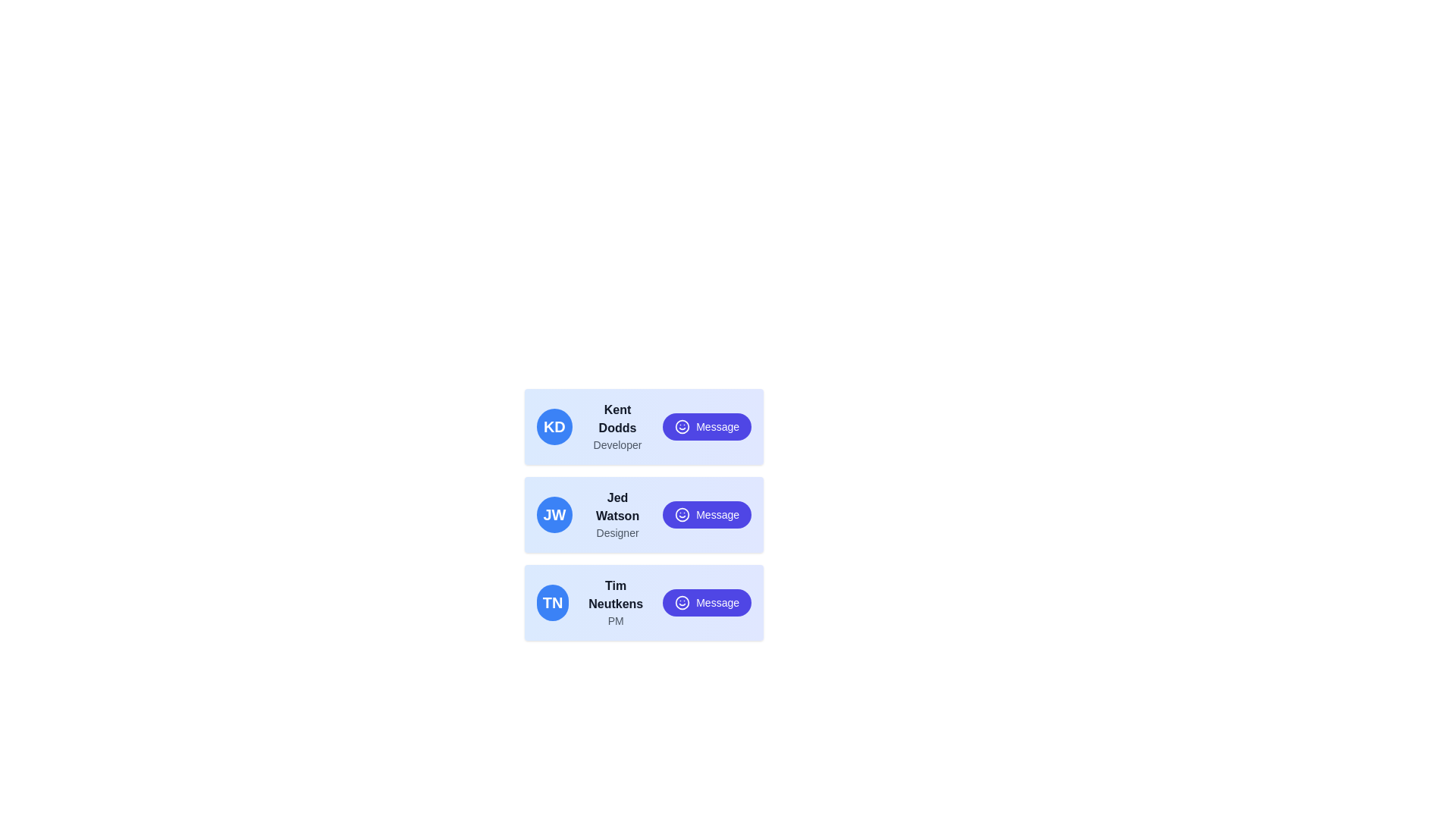  Describe the element at coordinates (554, 427) in the screenshot. I see `initials 'KD' from the Profile badge or avatar, which is a circular badge with a blue background located to the left of the text 'Kent Dodds' and 'Developer'` at that location.